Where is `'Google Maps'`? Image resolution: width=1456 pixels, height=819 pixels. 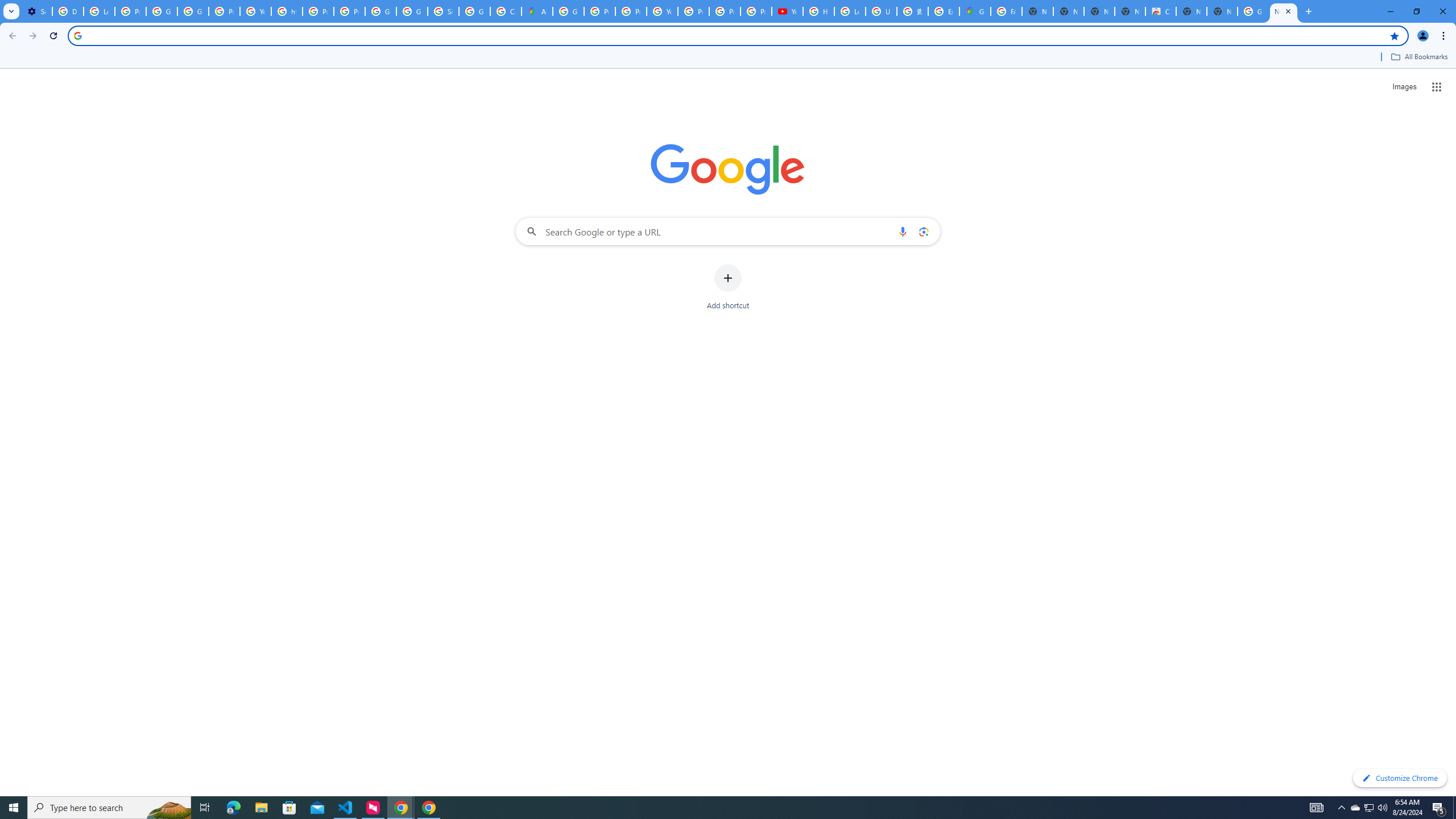 'Google Maps' is located at coordinates (974, 11).